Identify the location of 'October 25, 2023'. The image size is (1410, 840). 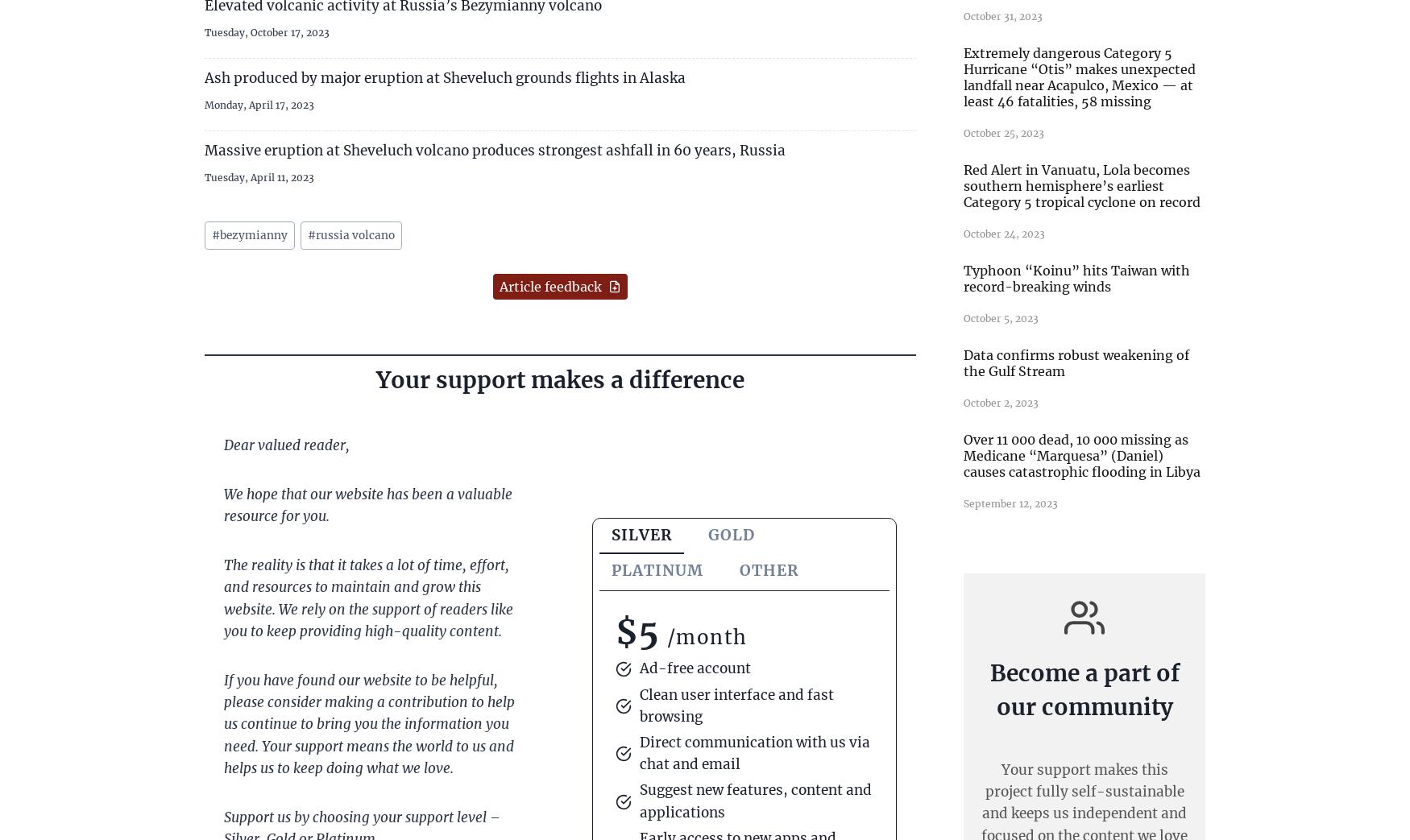
(1004, 131).